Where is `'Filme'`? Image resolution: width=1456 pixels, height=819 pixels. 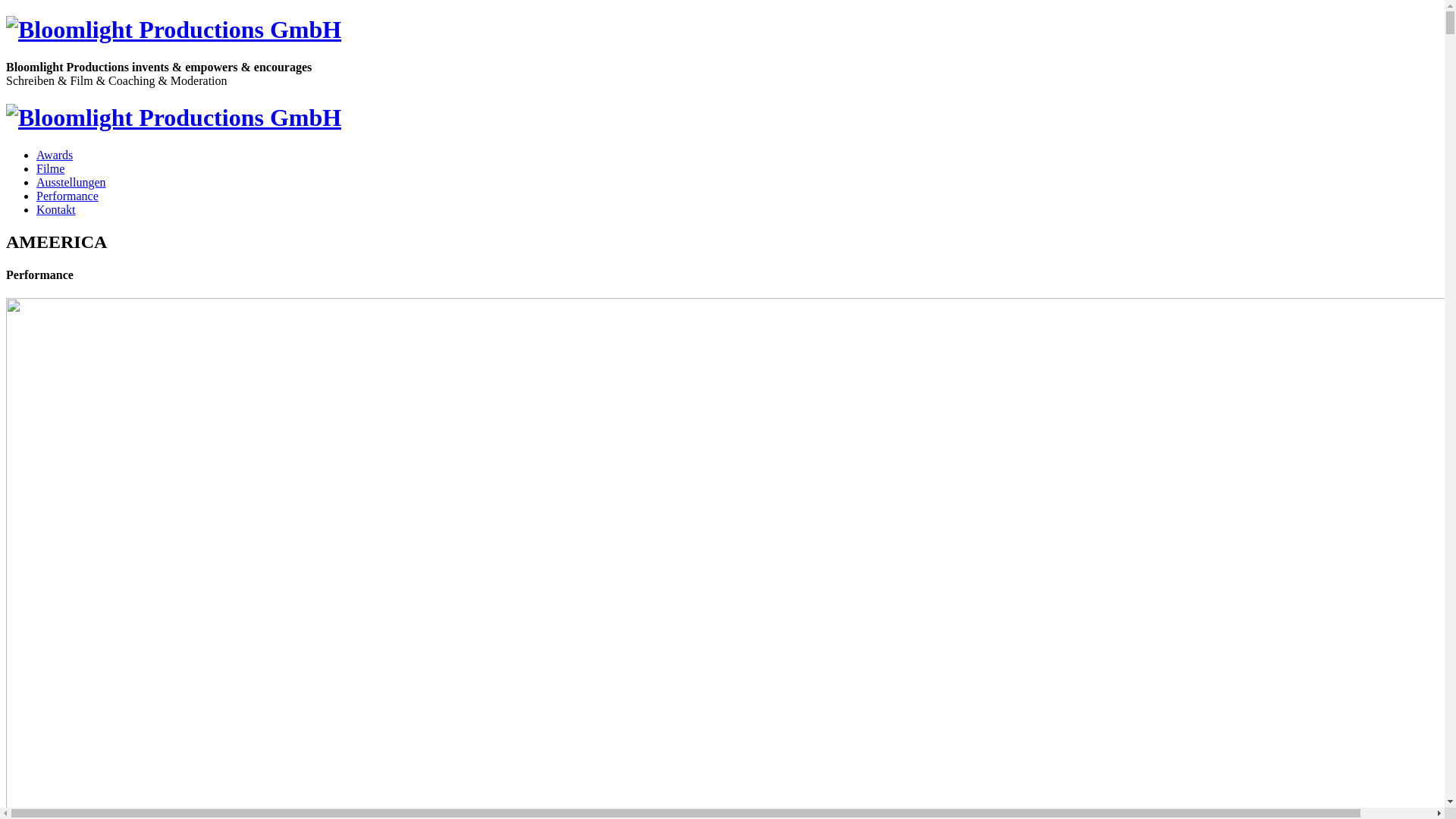 'Filme' is located at coordinates (50, 168).